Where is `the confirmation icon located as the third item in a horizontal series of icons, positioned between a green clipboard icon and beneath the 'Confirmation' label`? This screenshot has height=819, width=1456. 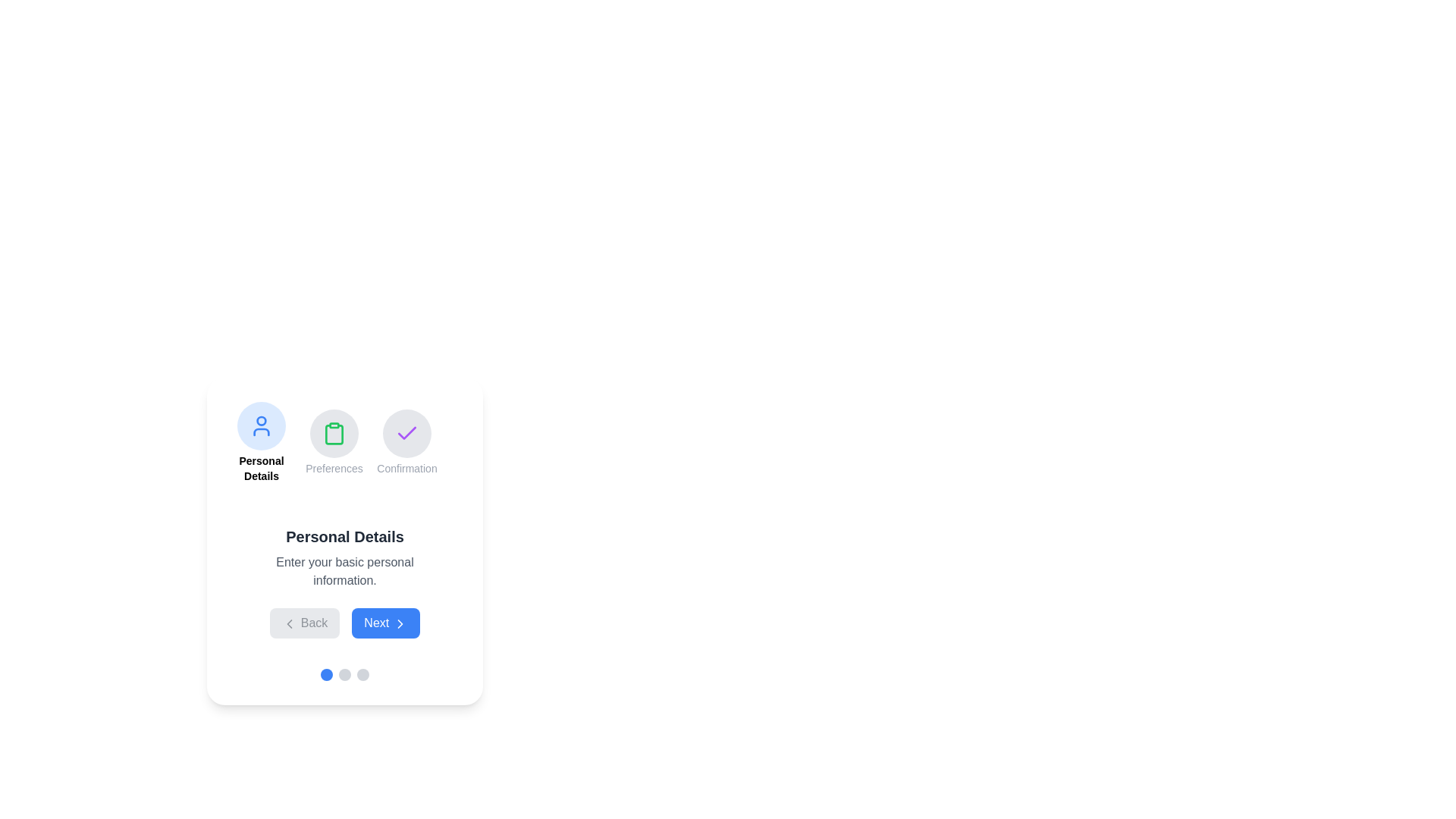
the confirmation icon located as the third item in a horizontal series of icons, positioned between a green clipboard icon and beneath the 'Confirmation' label is located at coordinates (407, 433).